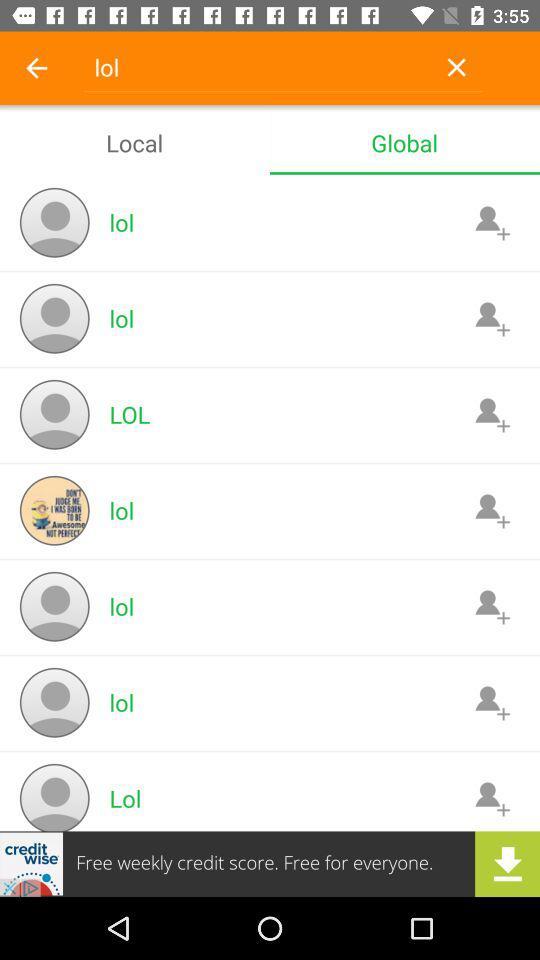 This screenshot has width=540, height=960. What do you see at coordinates (491, 702) in the screenshot?
I see `friend` at bounding box center [491, 702].